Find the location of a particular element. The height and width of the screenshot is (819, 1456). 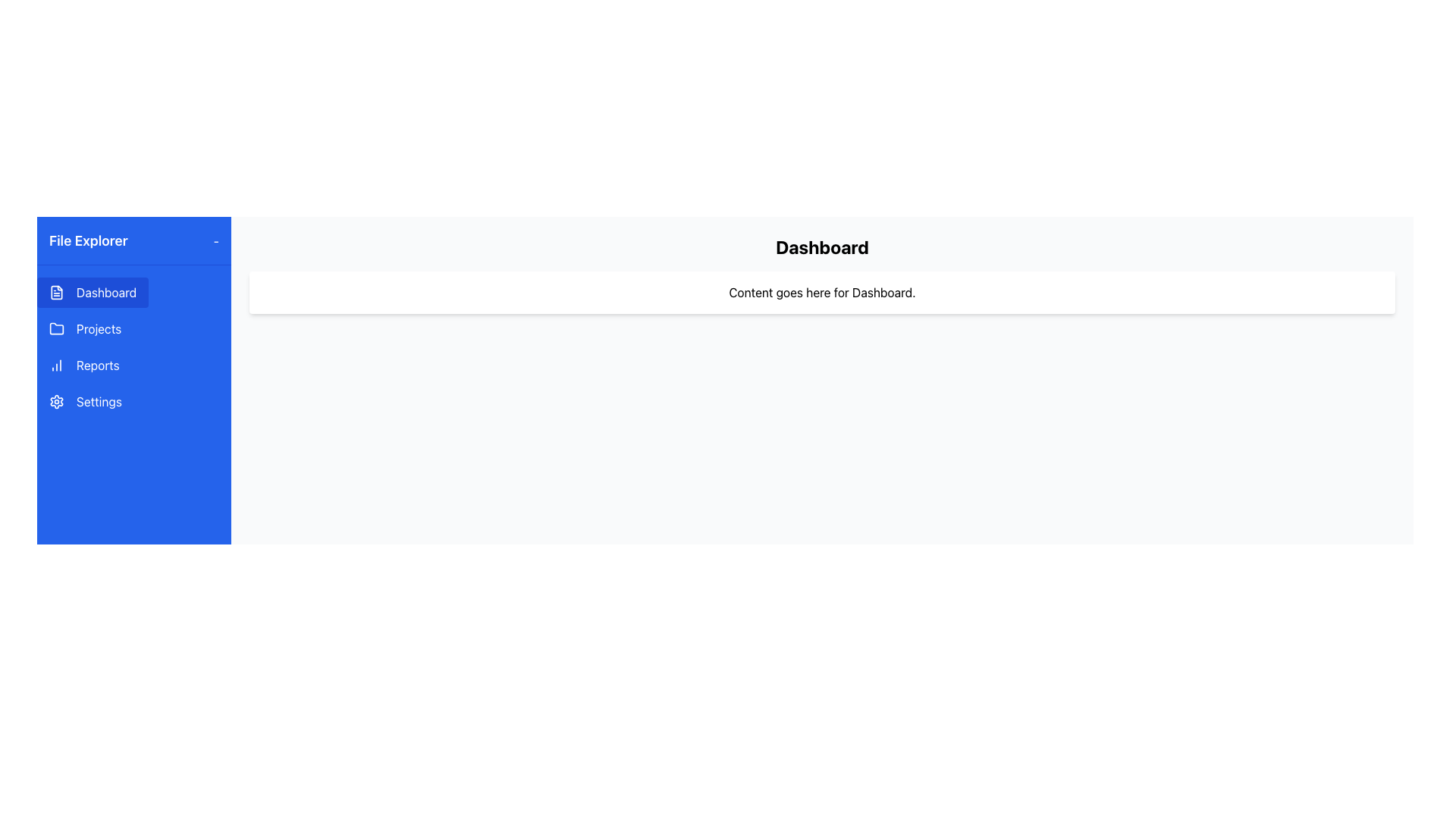

the 'Reports' menu item icon in the sidebar is located at coordinates (57, 366).